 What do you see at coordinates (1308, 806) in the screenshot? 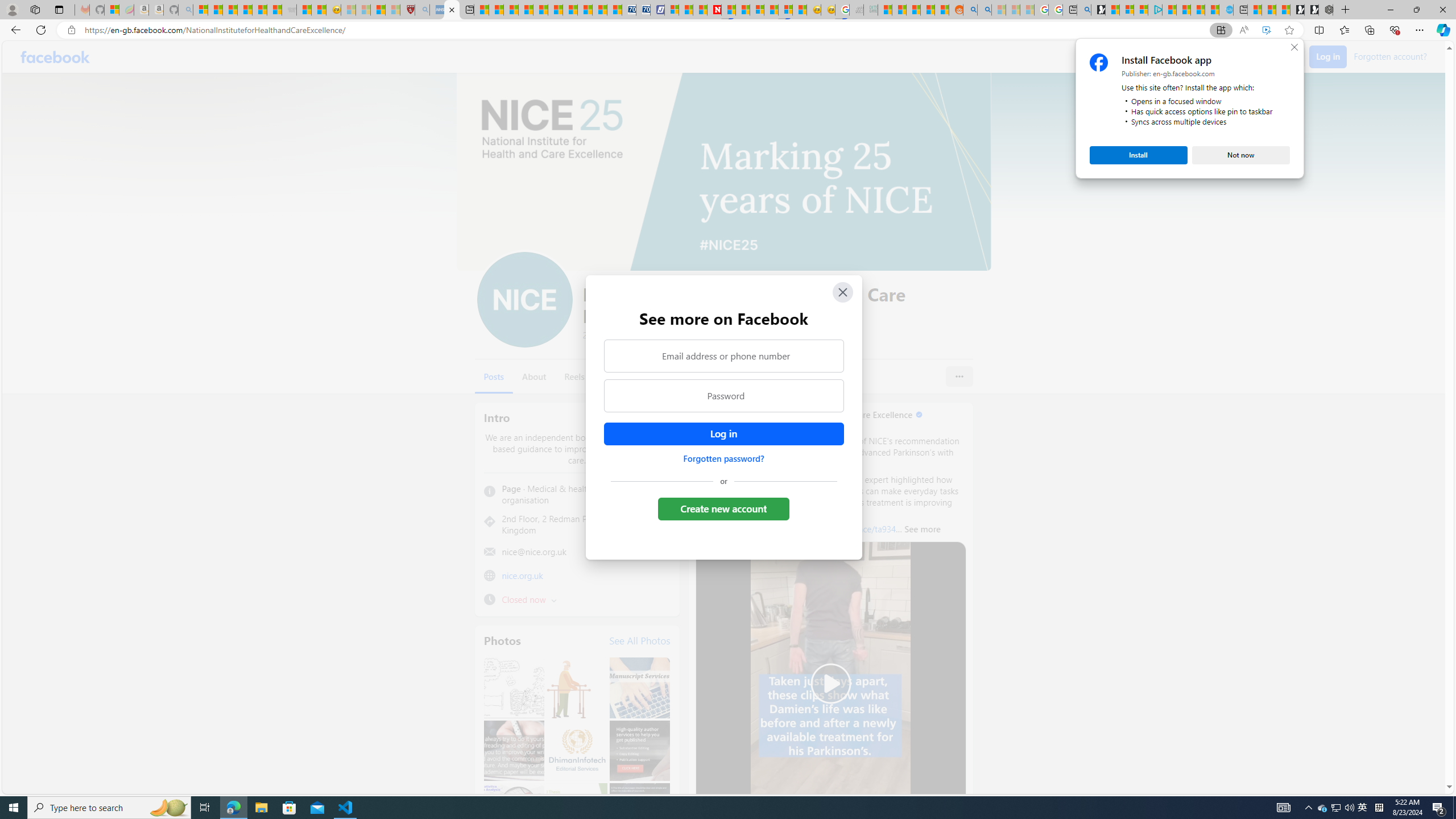
I see `'Notification Chevron'` at bounding box center [1308, 806].